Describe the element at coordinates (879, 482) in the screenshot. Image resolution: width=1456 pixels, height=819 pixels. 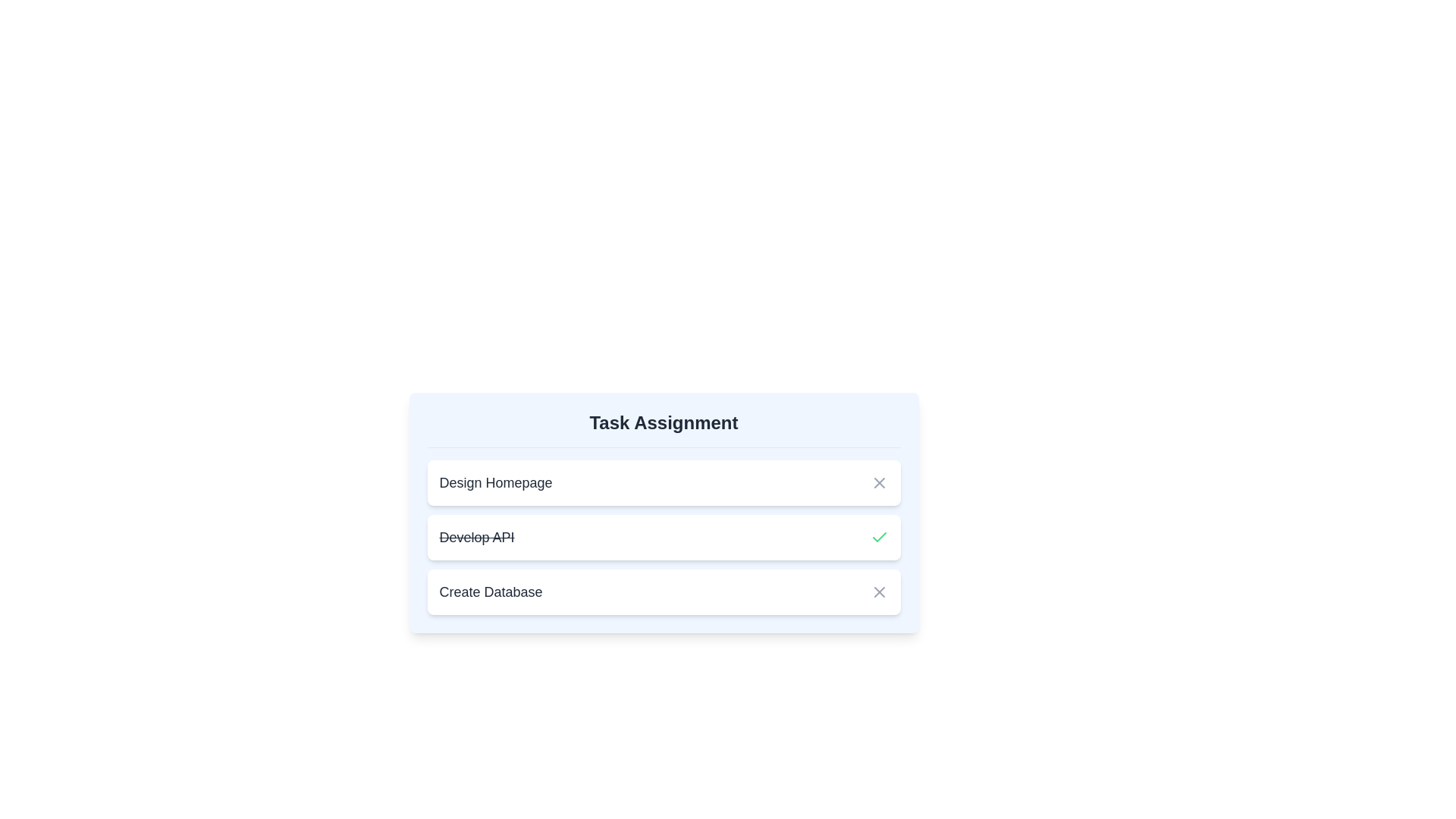
I see `the button` at that location.